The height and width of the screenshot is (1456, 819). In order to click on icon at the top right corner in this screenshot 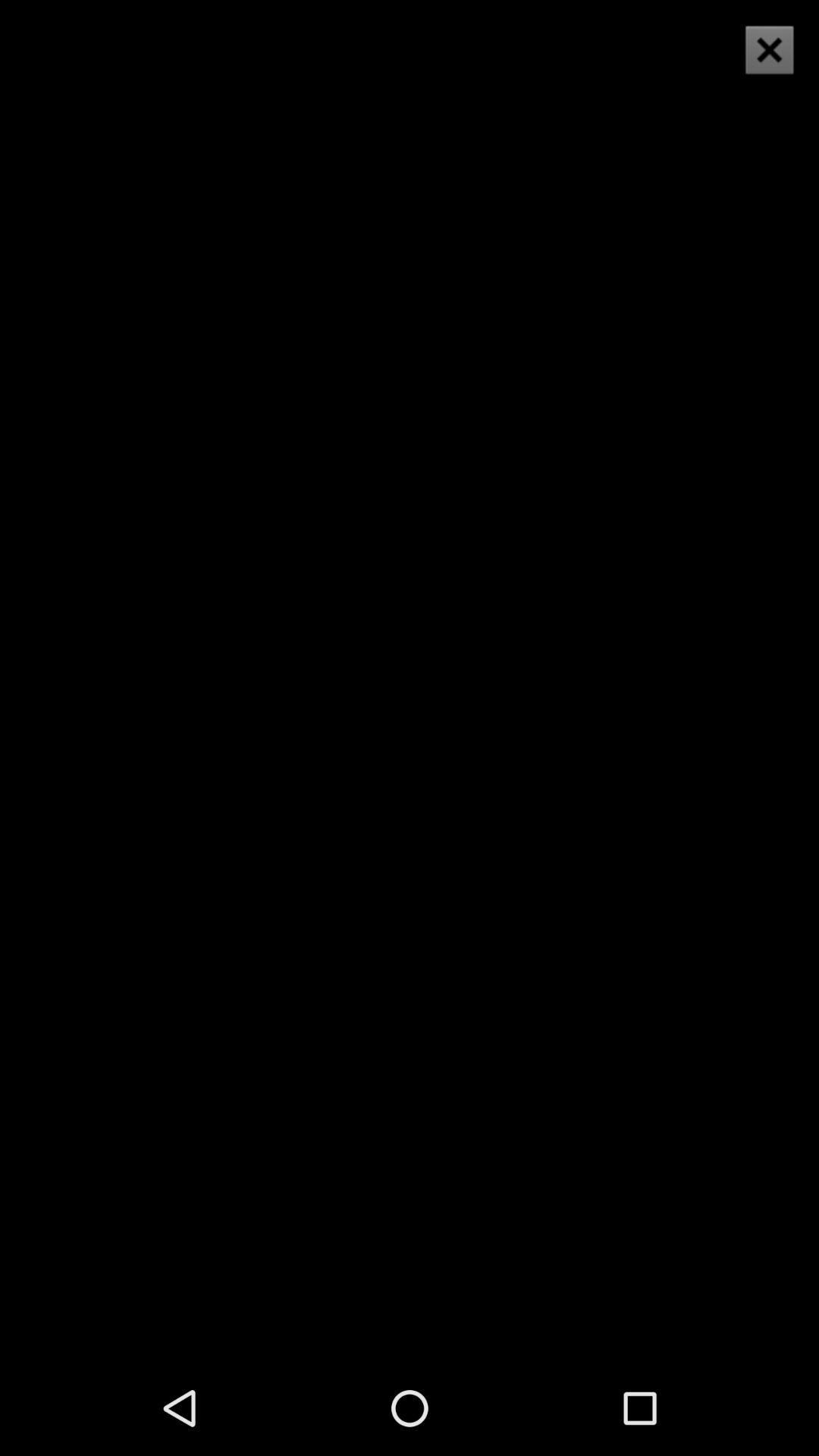, I will do `click(769, 49)`.